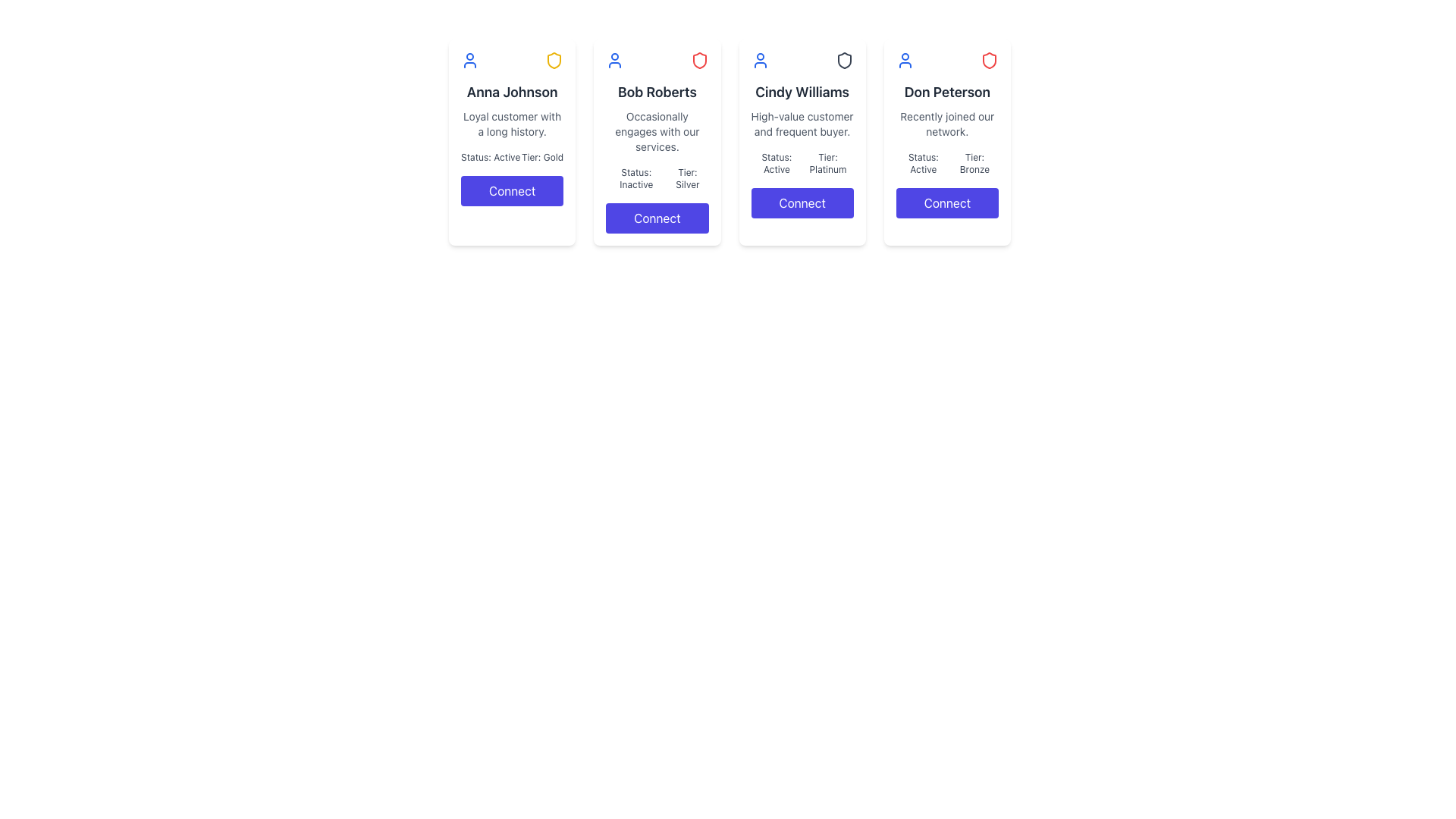 The height and width of the screenshot is (819, 1456). Describe the element at coordinates (554, 60) in the screenshot. I see `the yellow shield icon located in the header section of Anna Johnson's card interface` at that location.